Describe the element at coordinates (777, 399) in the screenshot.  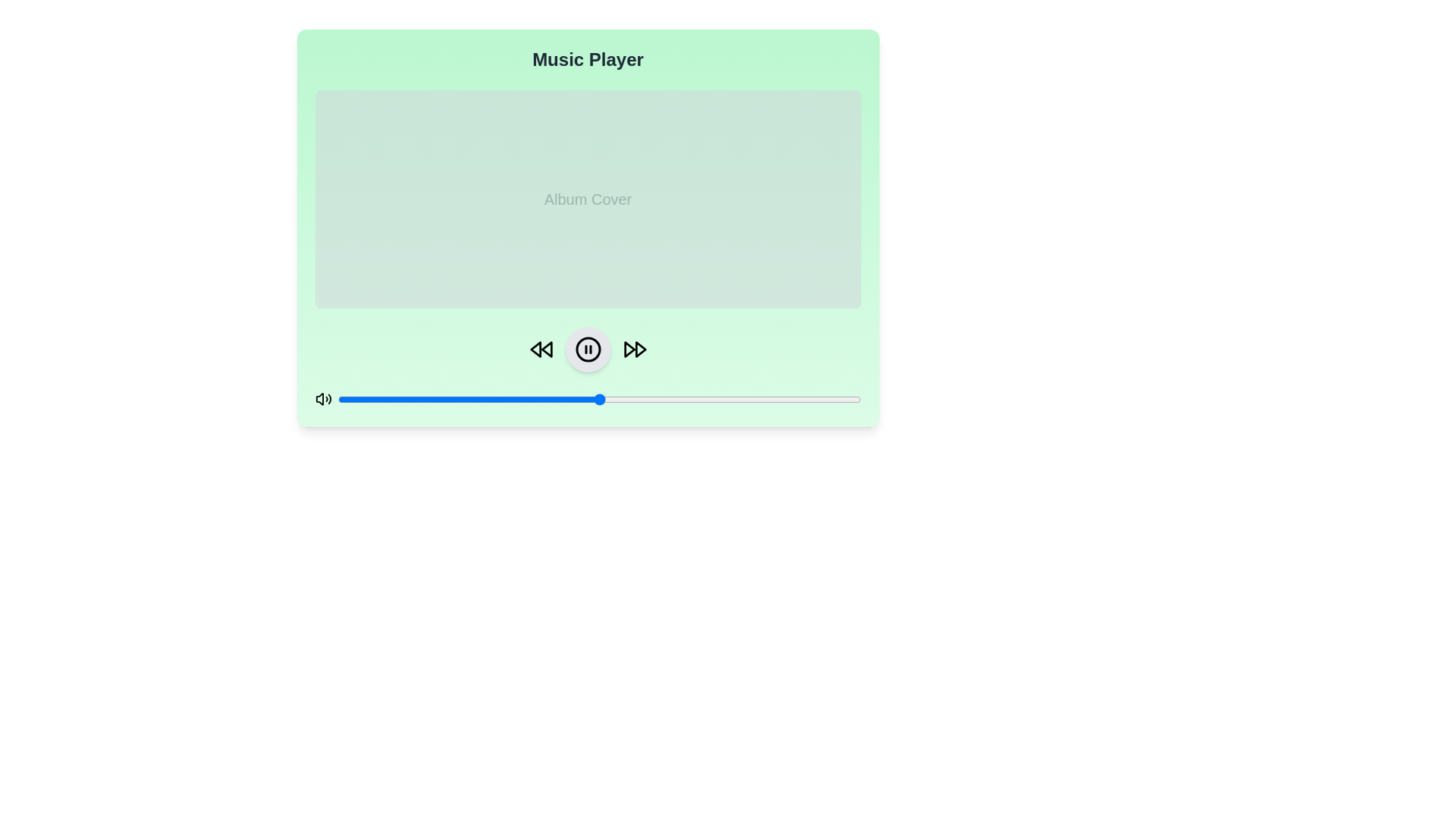
I see `volume level` at that location.